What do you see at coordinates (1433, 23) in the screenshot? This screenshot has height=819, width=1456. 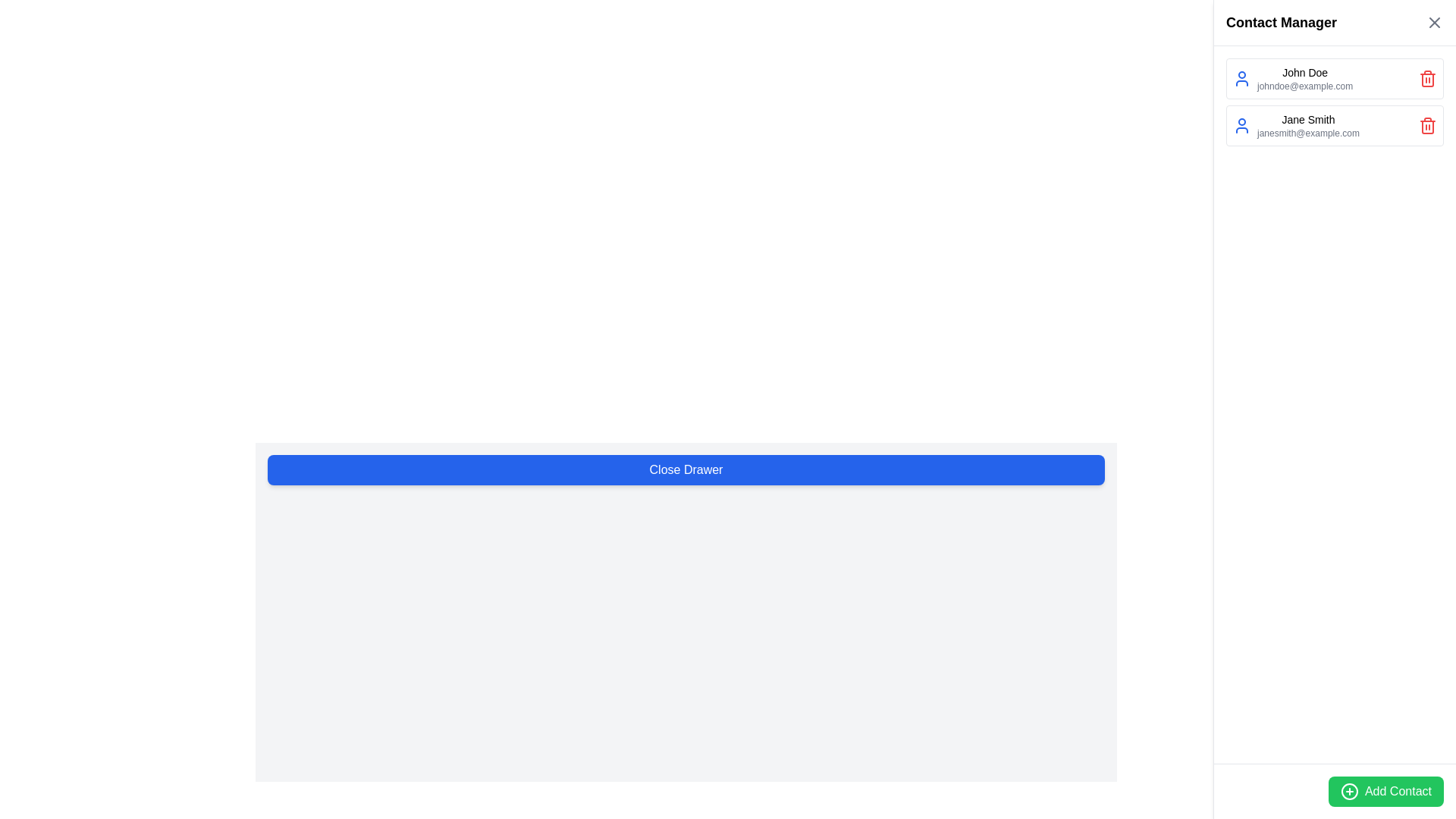 I see `the close button located at the top right corner of the 'Contact Manager' panel` at bounding box center [1433, 23].